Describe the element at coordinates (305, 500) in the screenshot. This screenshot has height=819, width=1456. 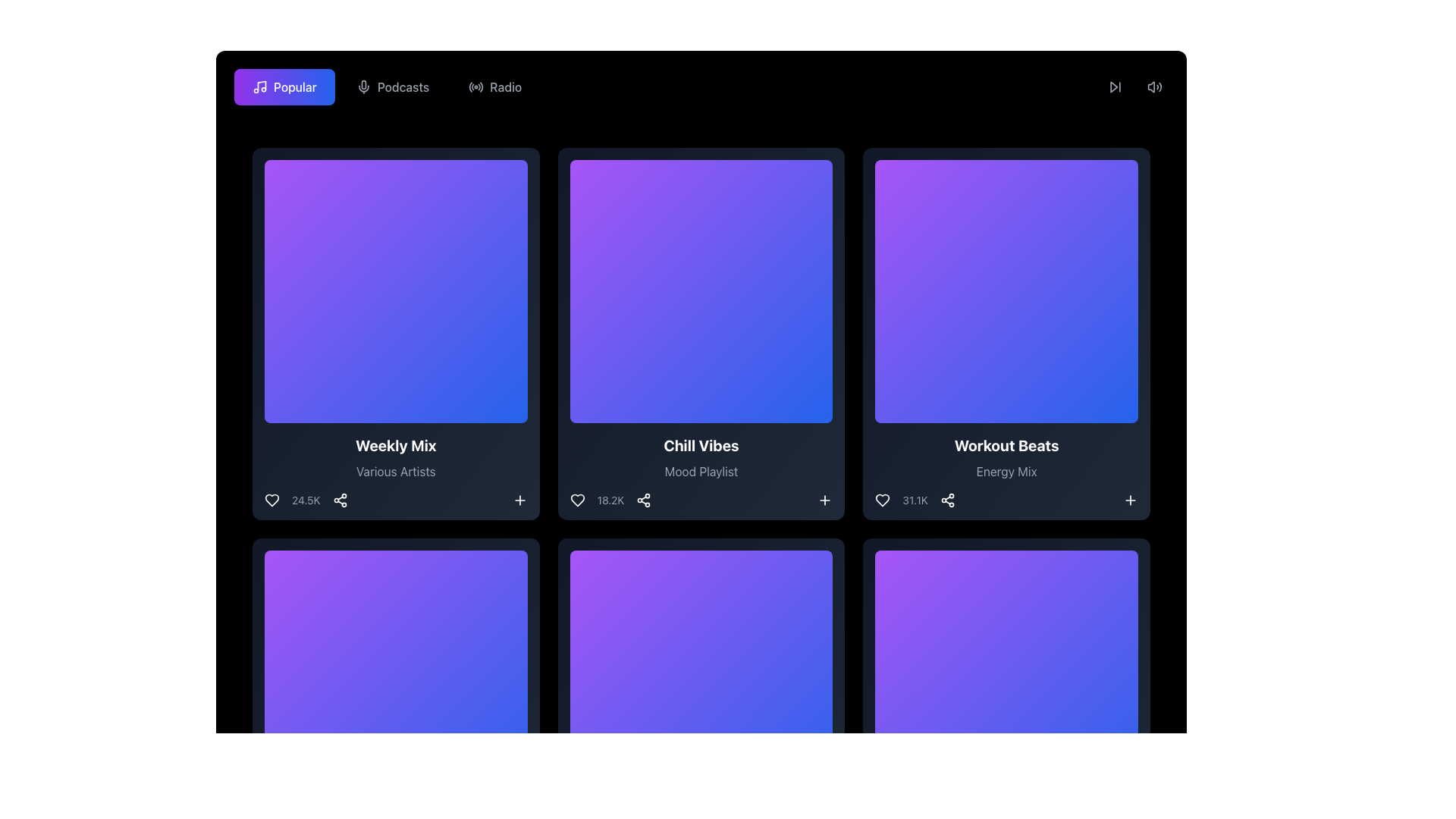
I see `on the text component displaying '24.5K' located in the footer section of the 'Weekly Mix' card, positioned between a heart icon and a share icon` at that location.